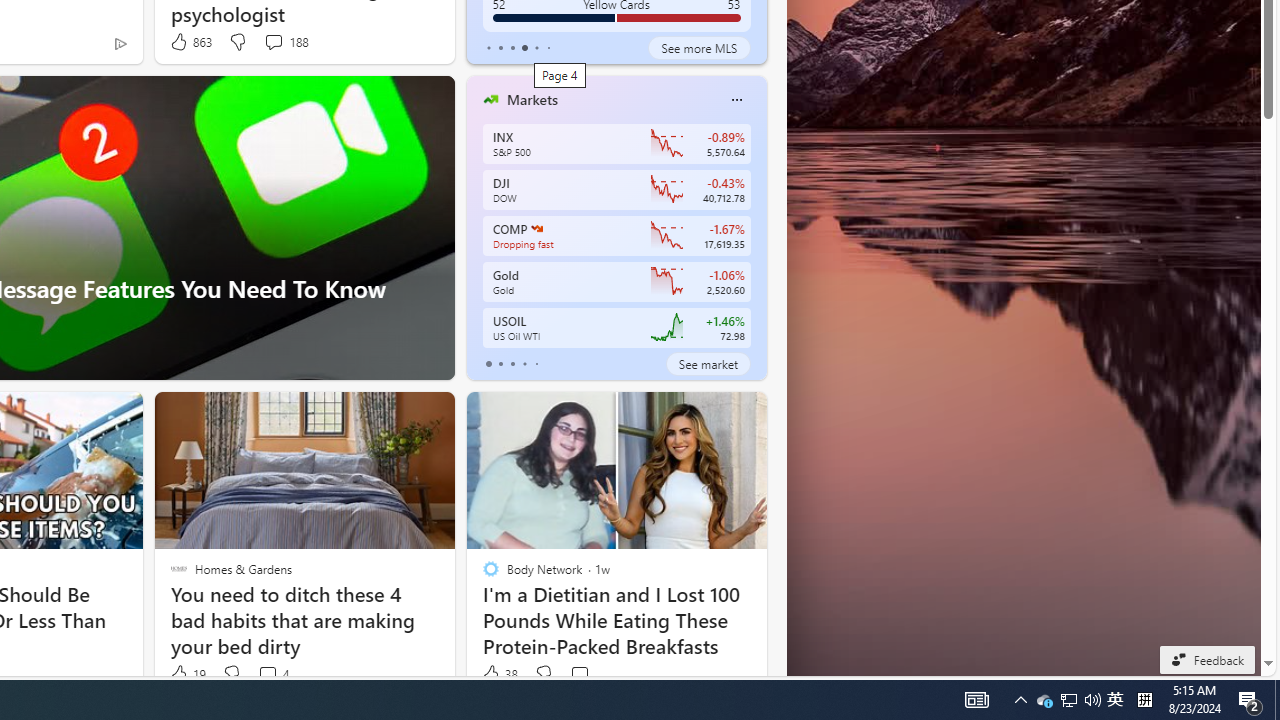 Image resolution: width=1280 pixels, height=720 pixels. What do you see at coordinates (488, 363) in the screenshot?
I see `'tab-0'` at bounding box center [488, 363].